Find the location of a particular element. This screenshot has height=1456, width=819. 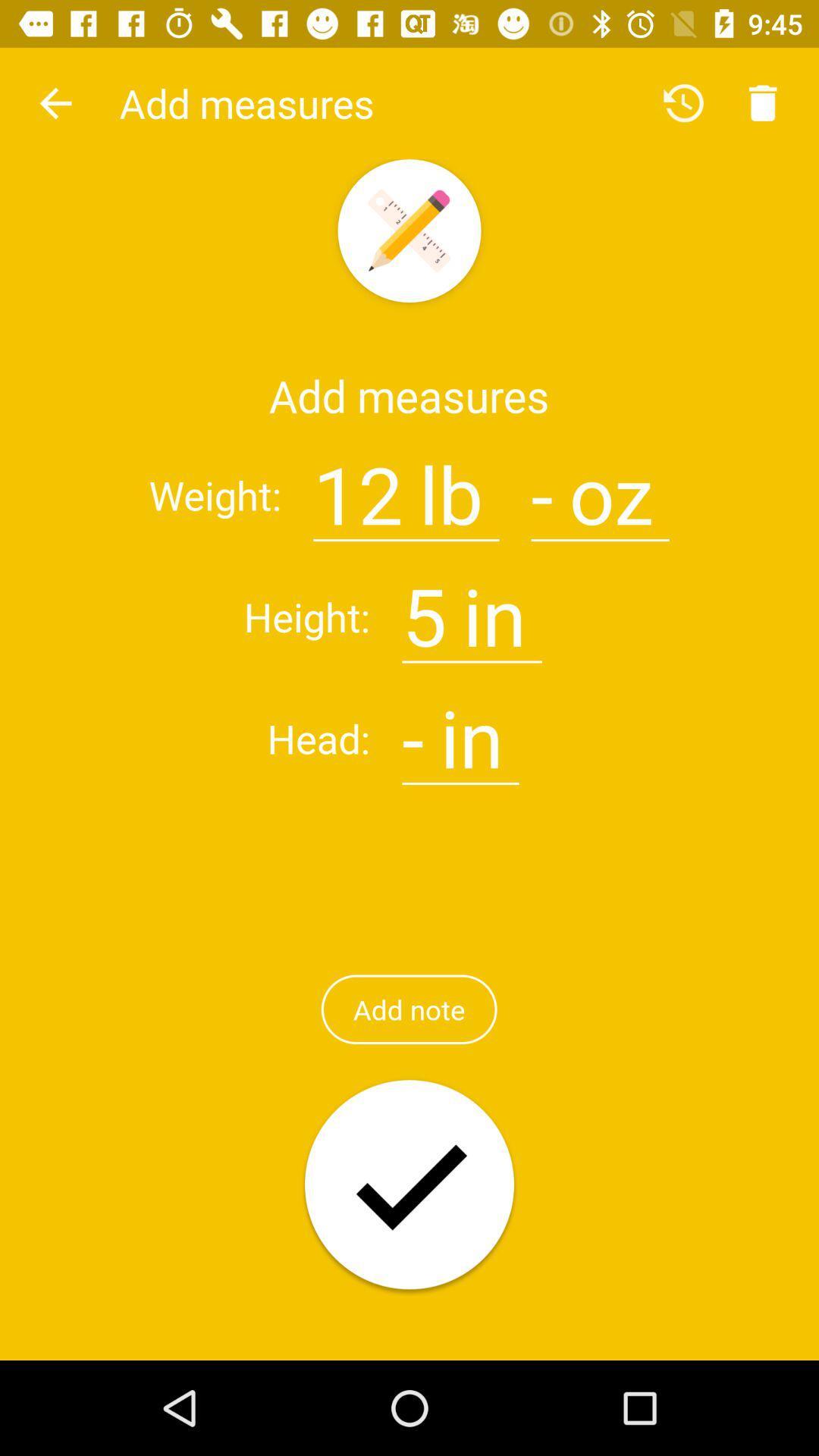

add note is located at coordinates (408, 1009).